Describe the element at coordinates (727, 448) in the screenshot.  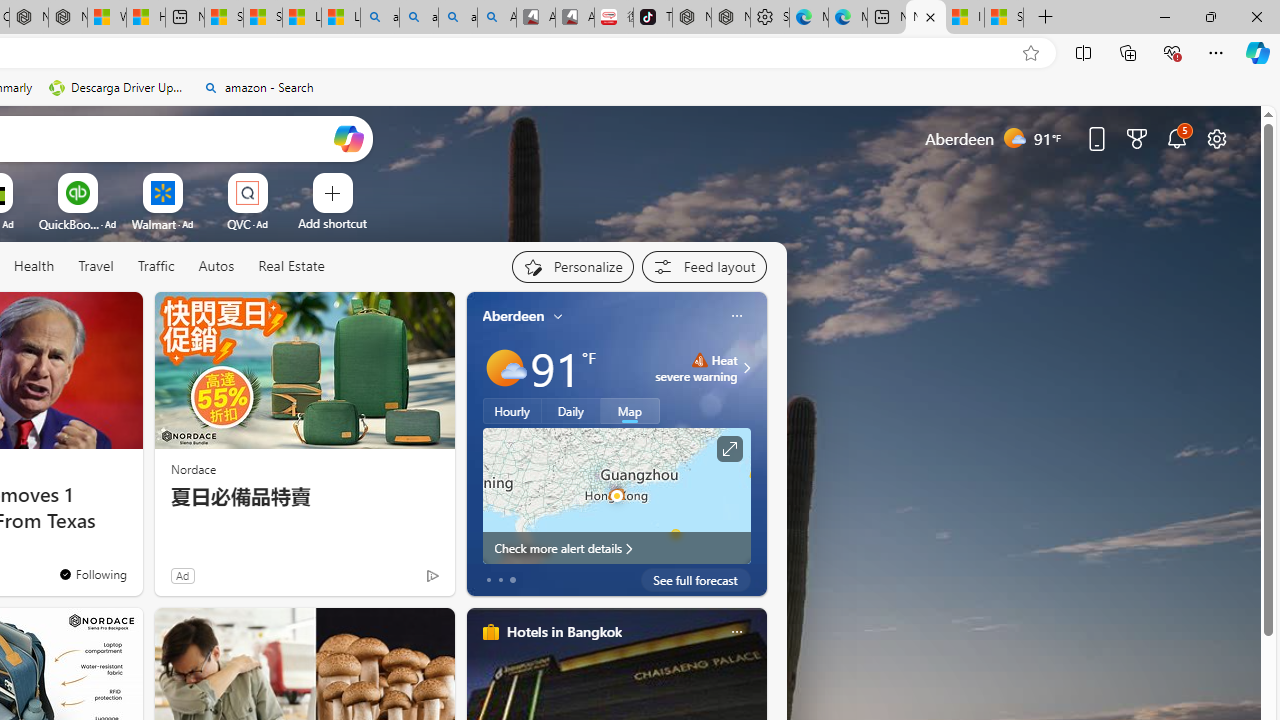
I see `'Click to see more information'` at that location.